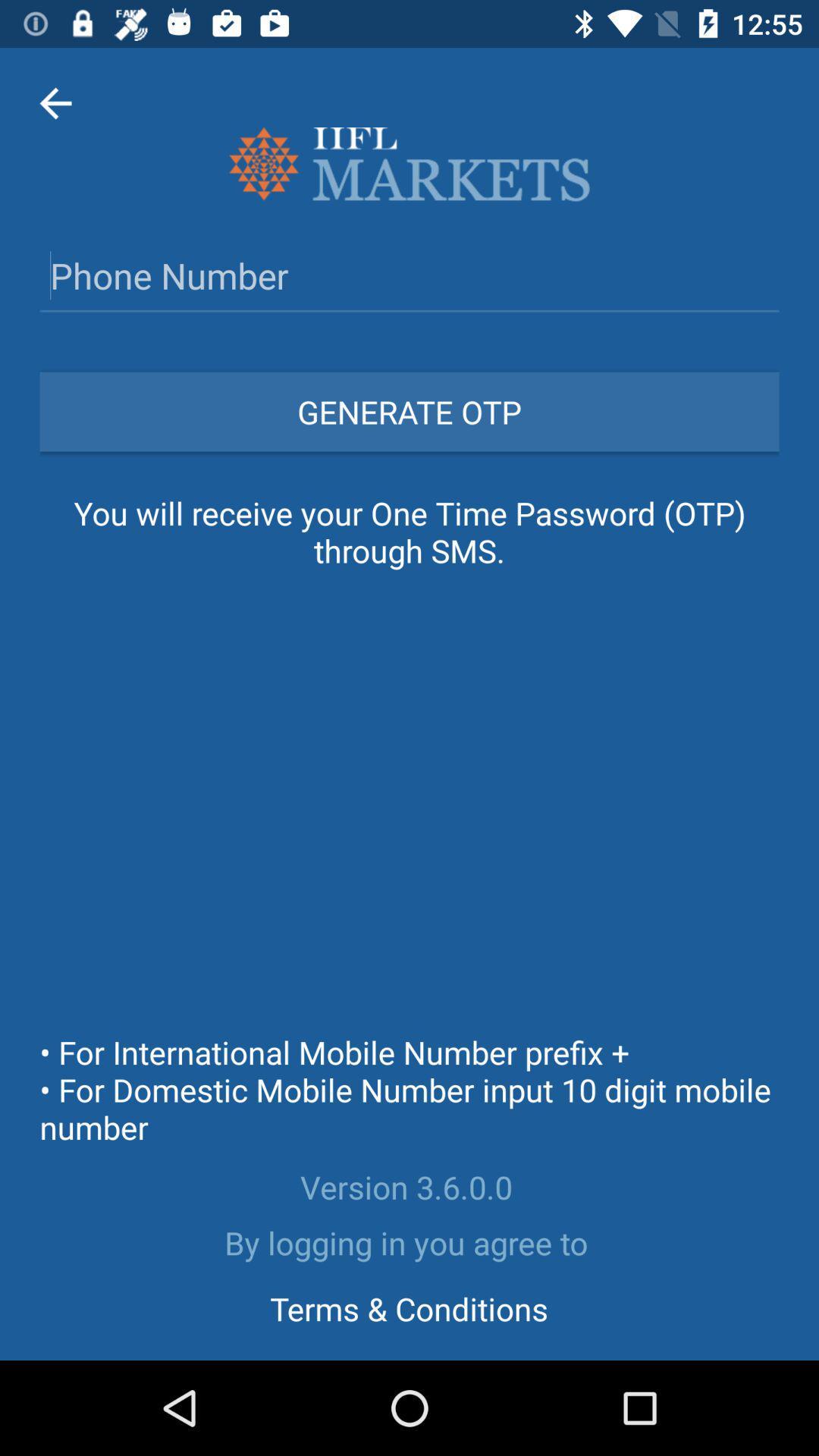 The width and height of the screenshot is (819, 1456). Describe the element at coordinates (408, 1307) in the screenshot. I see `the item below the by logging in icon` at that location.